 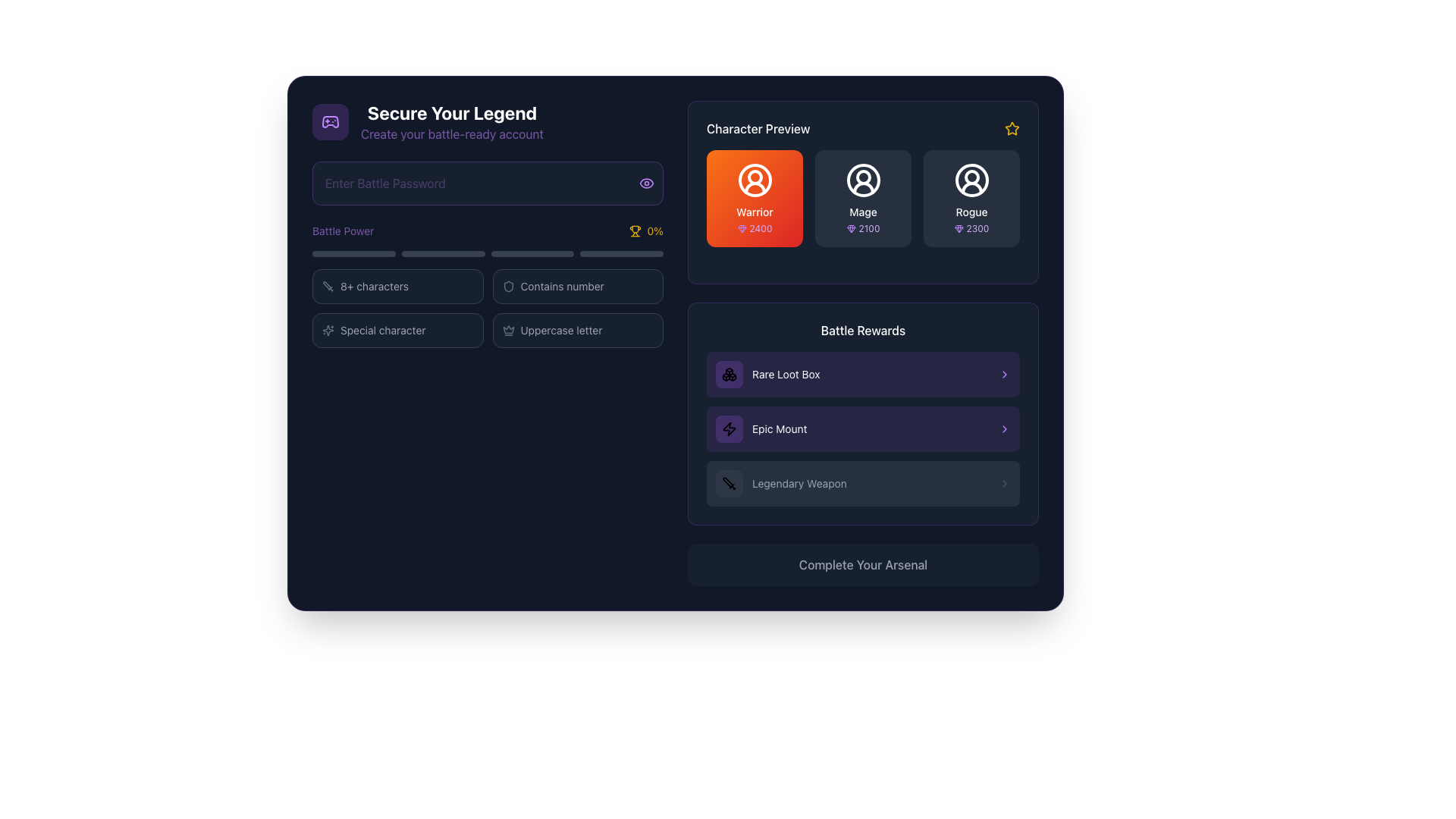 I want to click on the sword icon located in the 'Battle Rewards' section, which is the leftmost icon under the 'Legendary Weapon' label, so click(x=729, y=483).